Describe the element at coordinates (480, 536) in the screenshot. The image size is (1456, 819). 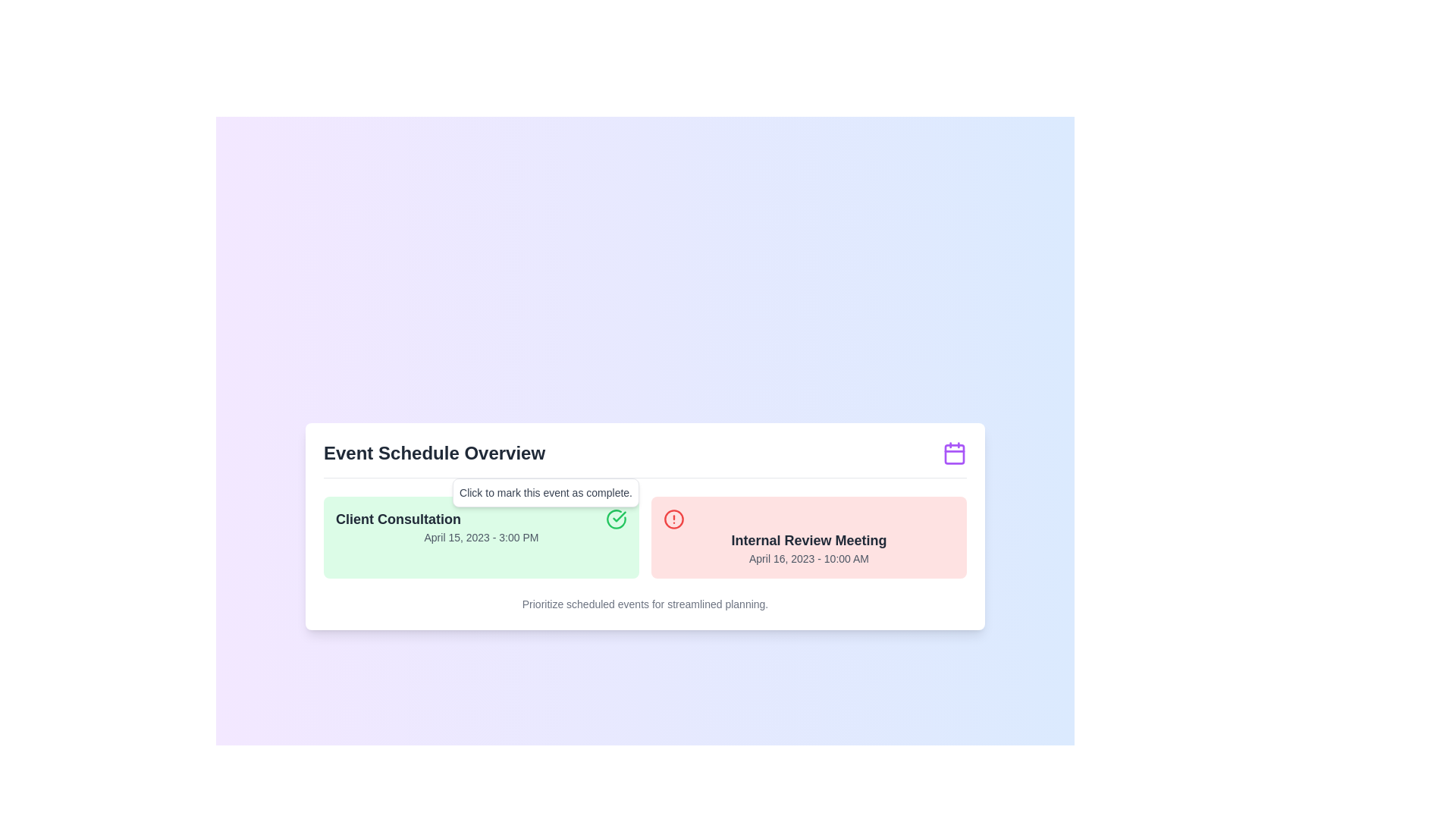
I see `the label displaying the text 'April 15, 2023 - 3:00 PM', which is located within a green background card below the 'Client Consultation' label` at that location.